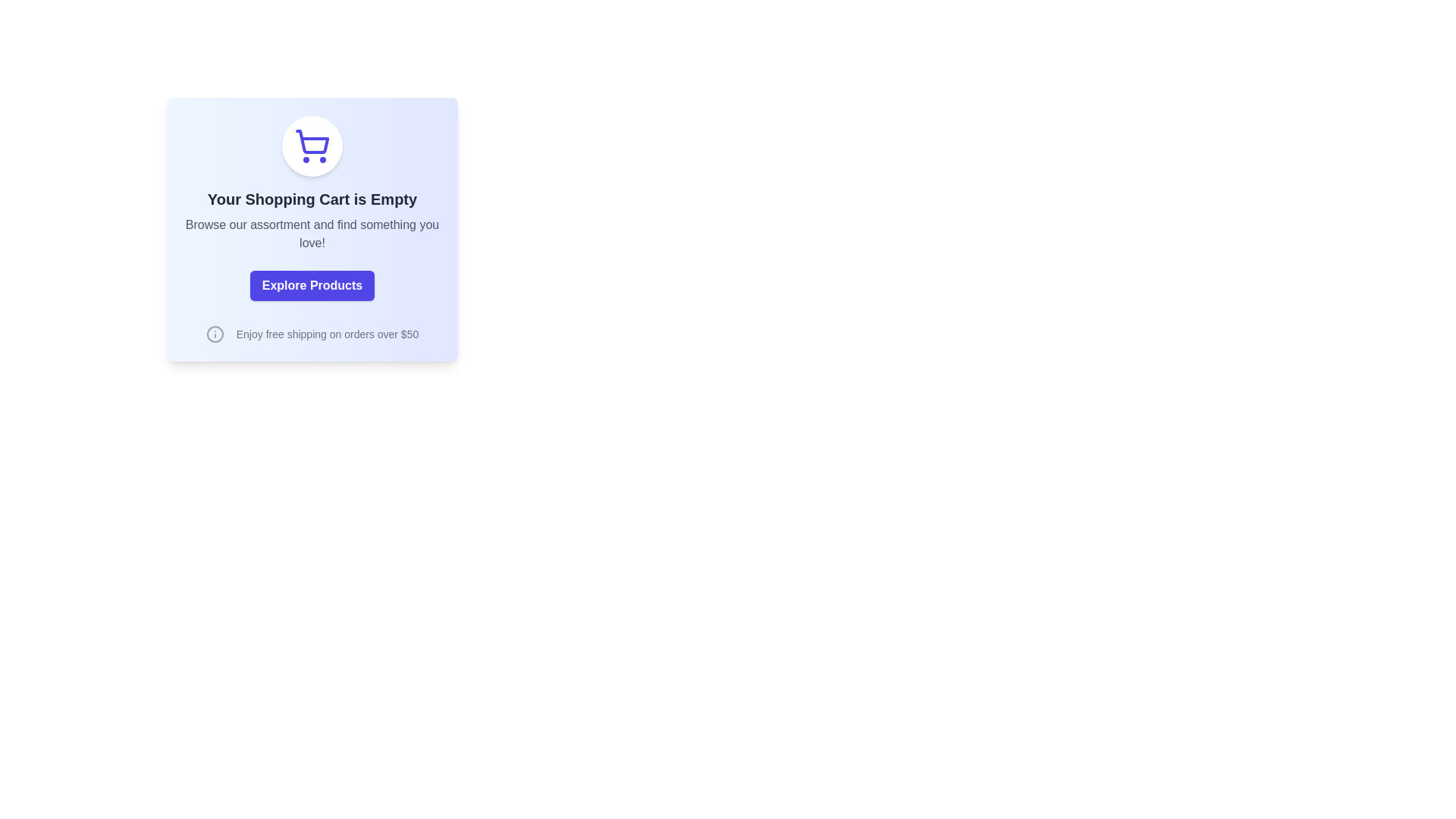 The height and width of the screenshot is (819, 1456). Describe the element at coordinates (312, 146) in the screenshot. I see `the circular graphical icon featuring a shopping cart illustration, located at the top center of the modal above the heading 'Your Shopping Cart is Empty.'` at that location.